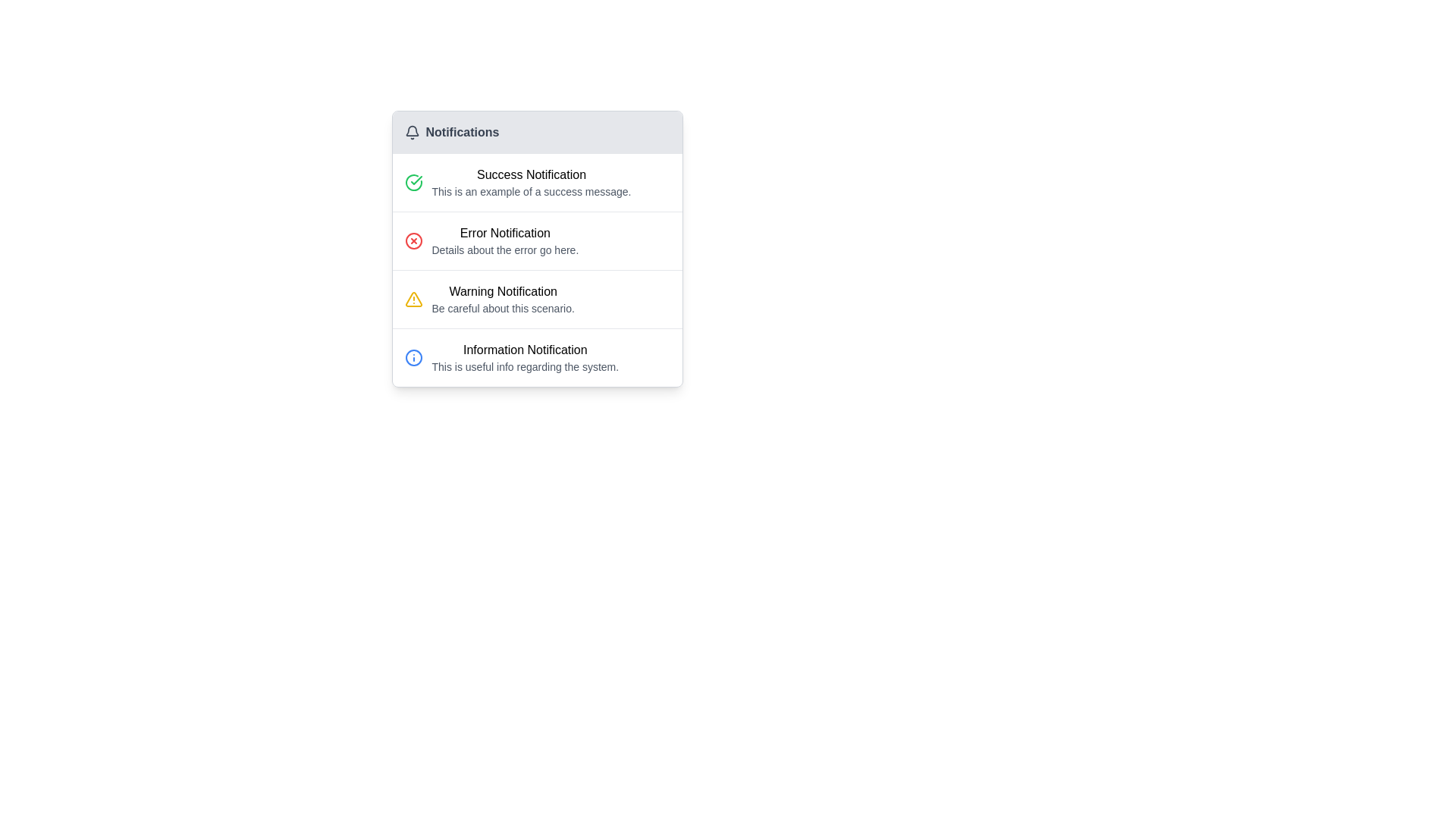  What do you see at coordinates (505, 234) in the screenshot?
I see `text from the title of the second notification in the vertically stacked notification list, which is positioned below the 'Success Notification' card and above the 'Warning Notification' card` at bounding box center [505, 234].